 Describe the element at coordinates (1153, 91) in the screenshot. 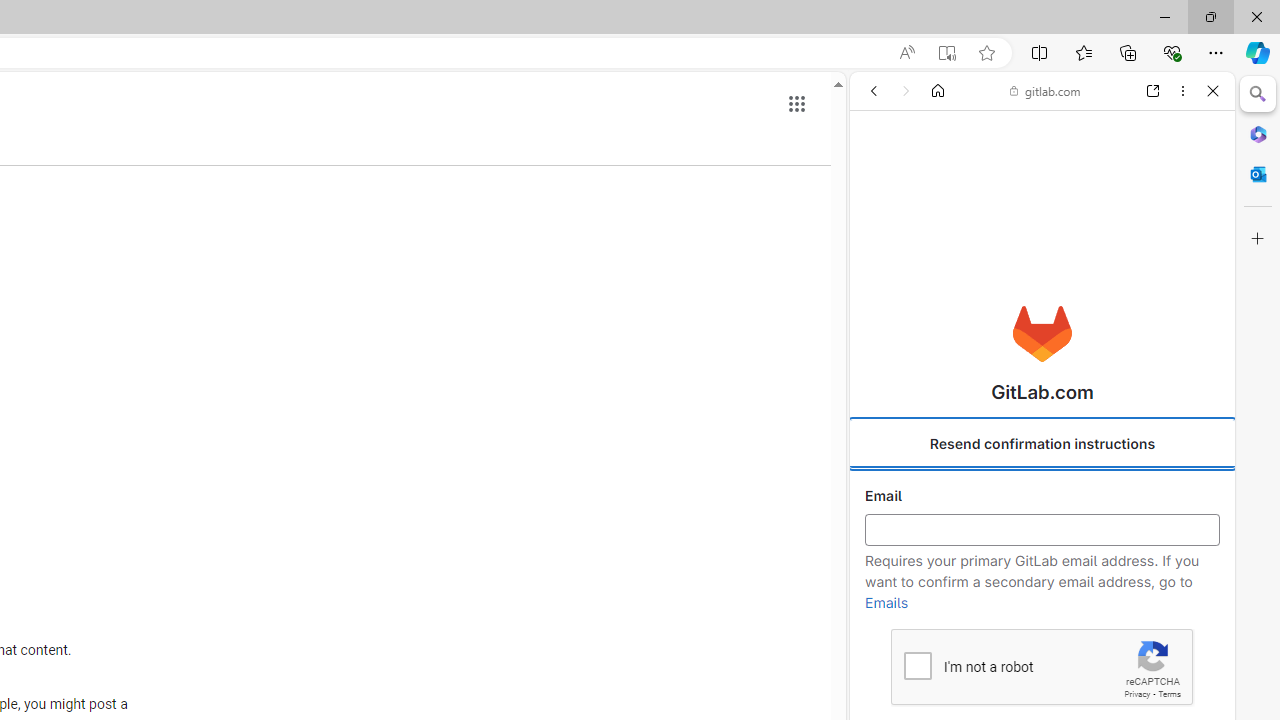

I see `'Open link in new tab'` at that location.